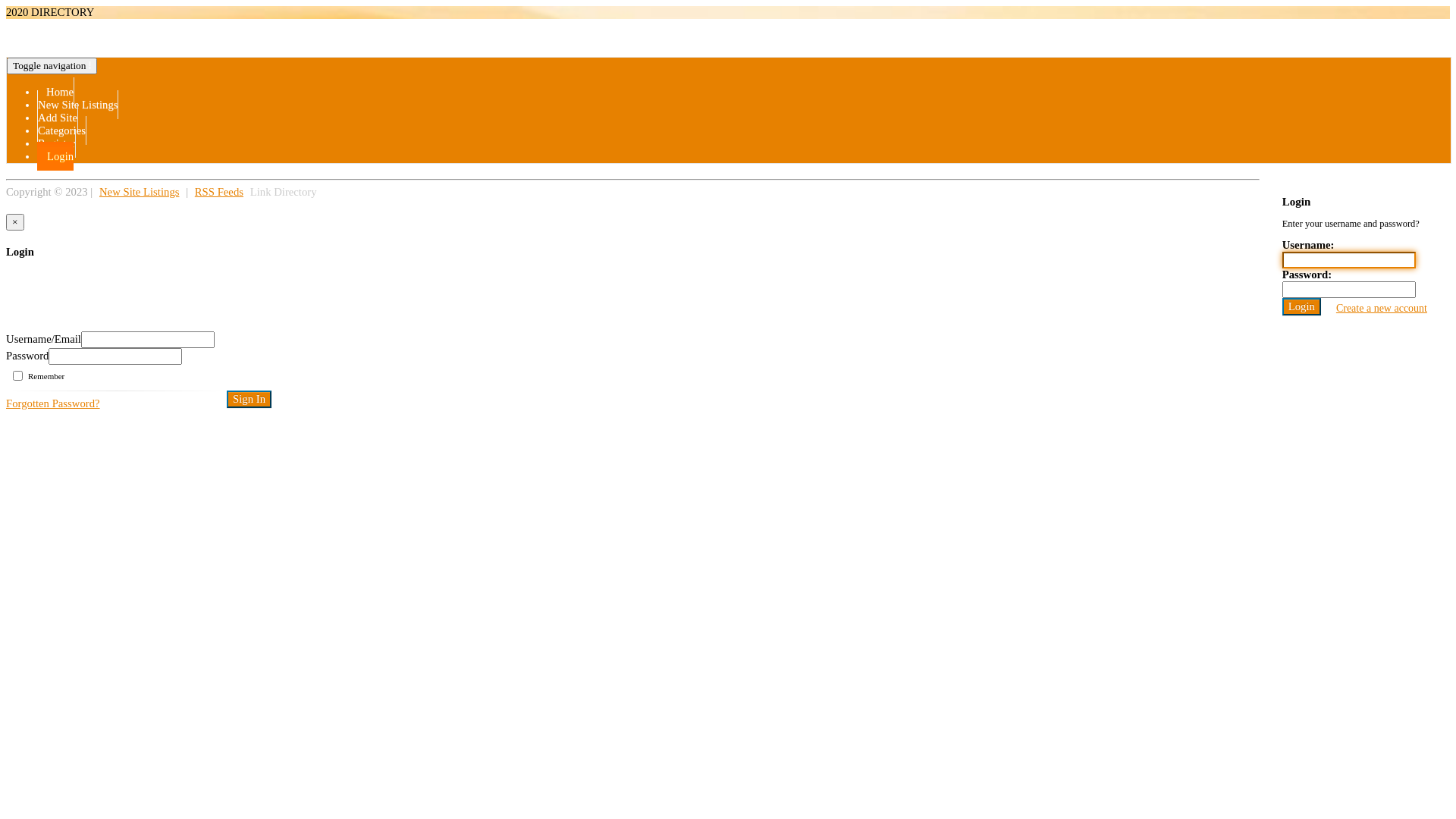 Image resolution: width=1456 pixels, height=819 pixels. What do you see at coordinates (1382, 307) in the screenshot?
I see `'Create a new account'` at bounding box center [1382, 307].